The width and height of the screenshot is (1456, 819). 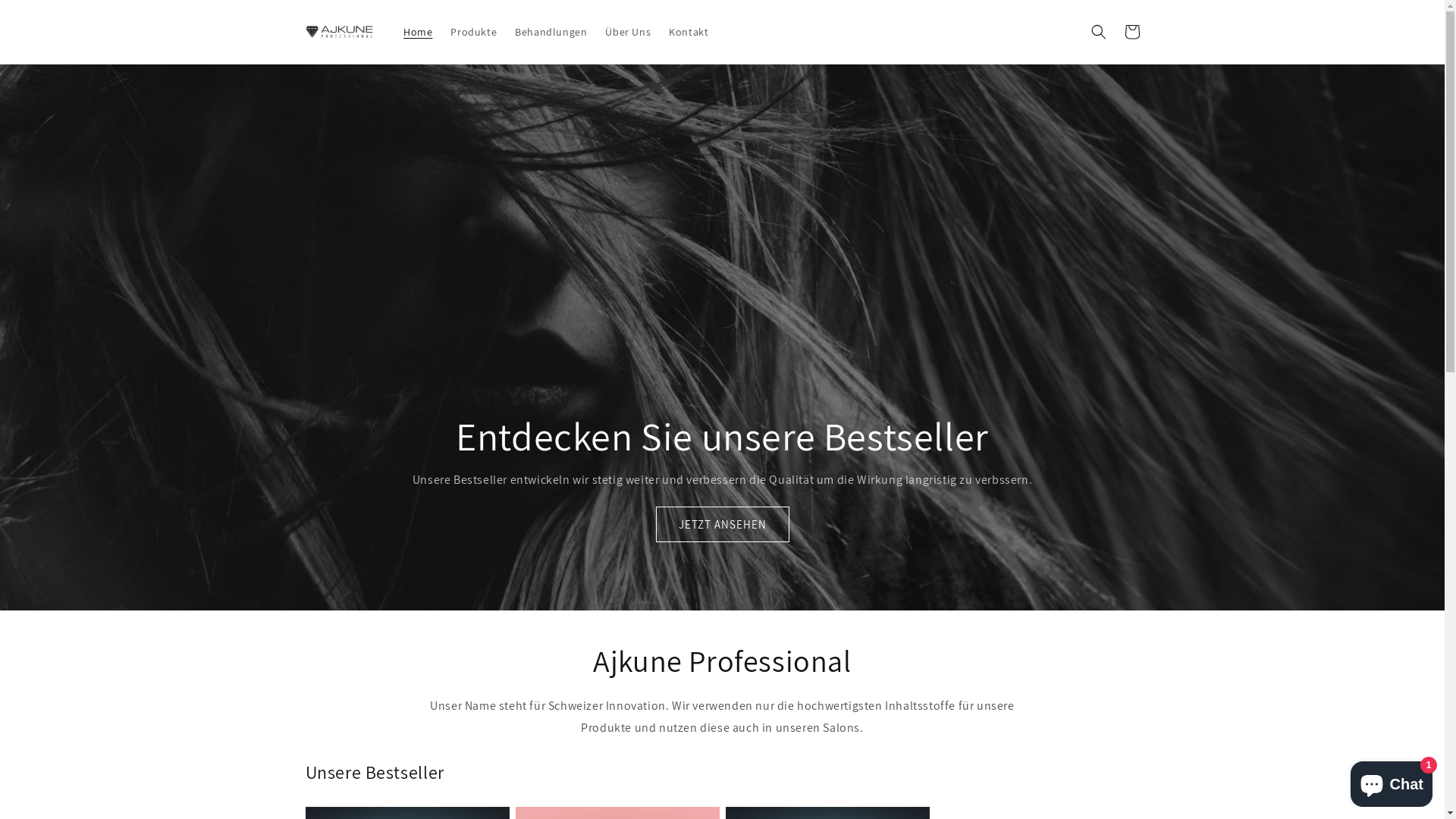 I want to click on 'Onlineshop-Chat von Shopify', so click(x=1391, y=780).